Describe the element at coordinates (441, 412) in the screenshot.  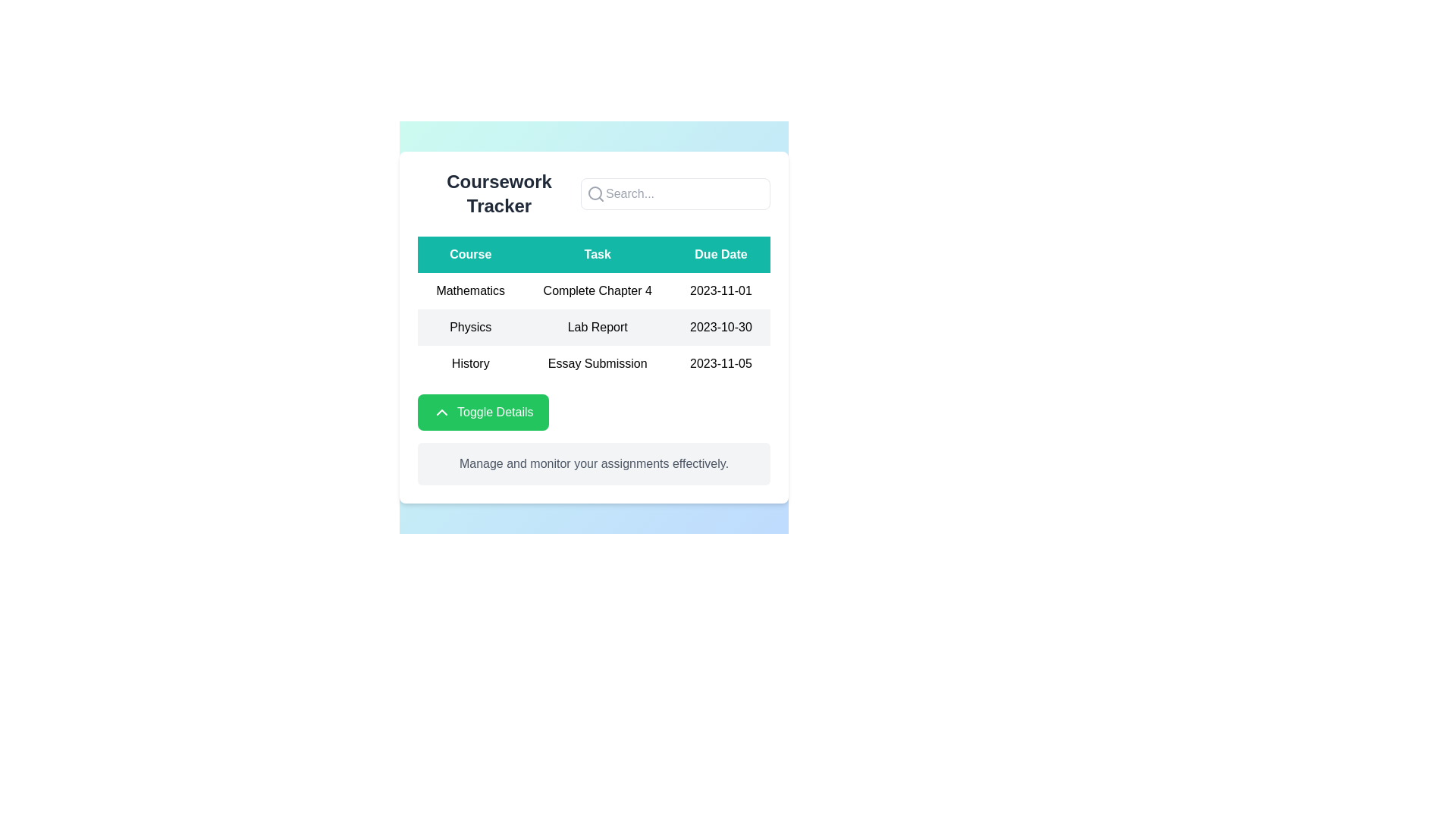
I see `the chevron icon inside the 'Toggle Details' button to trigger hover effects` at that location.